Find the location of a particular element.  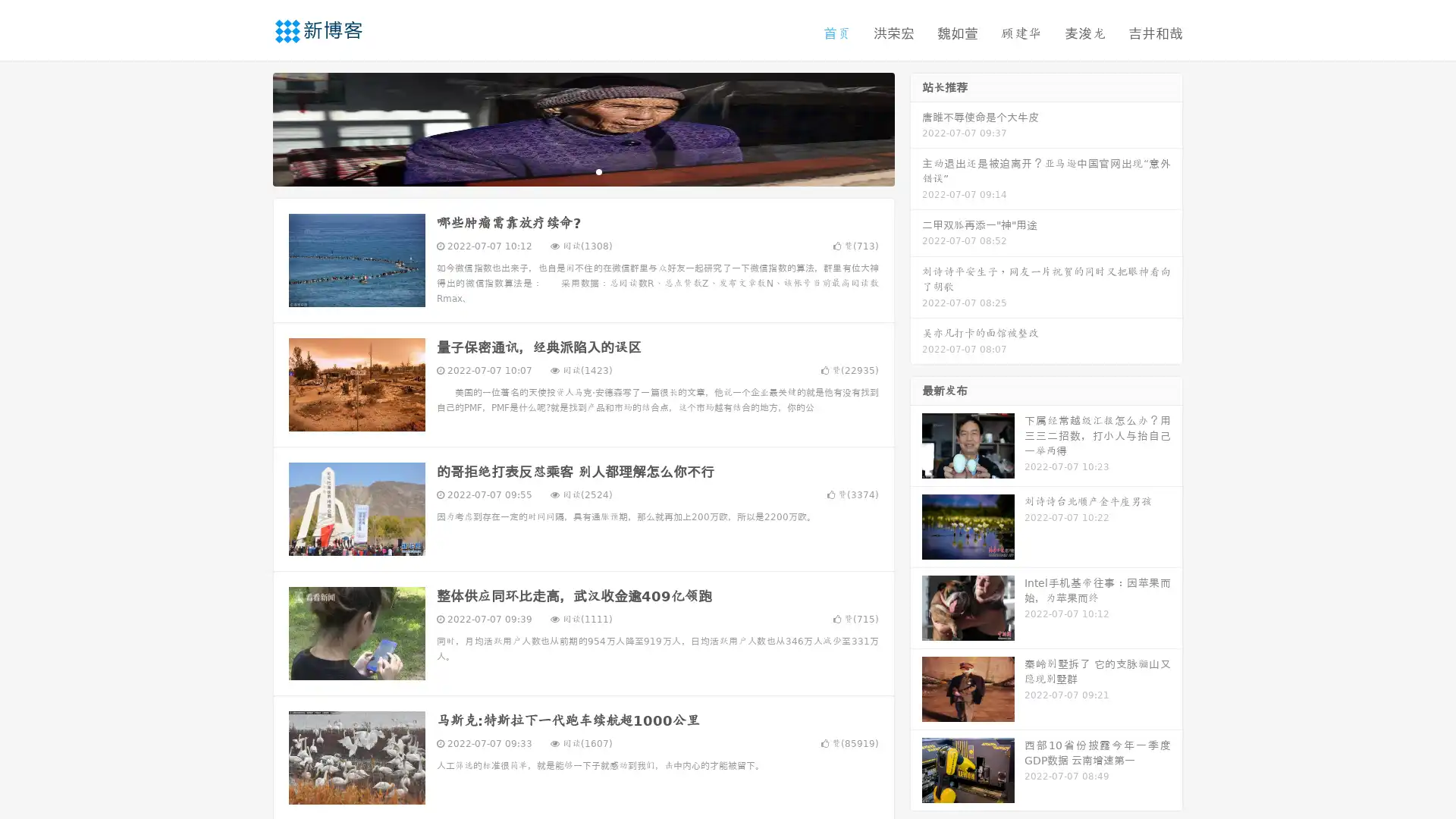

Go to slide 2 is located at coordinates (582, 171).